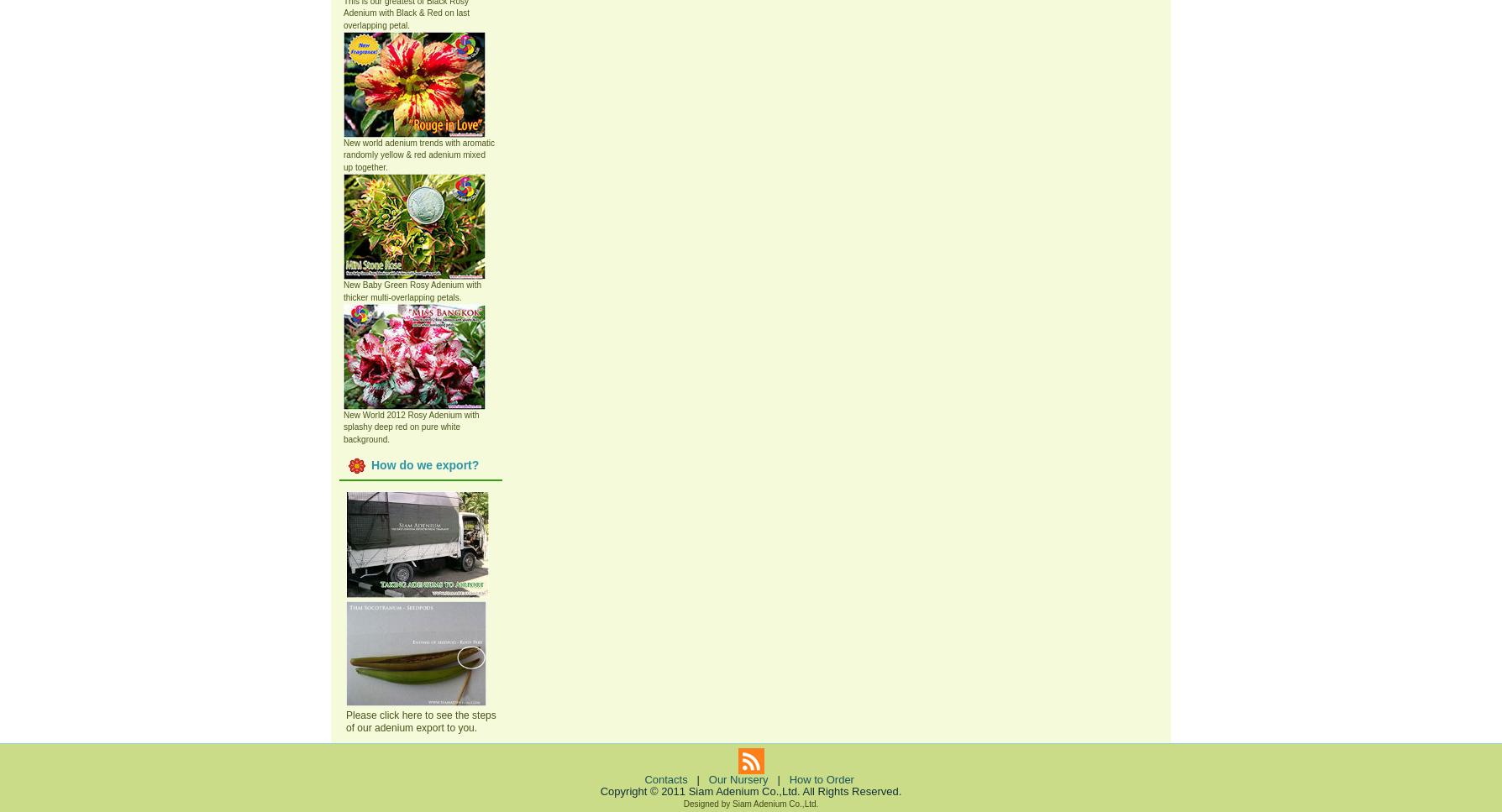 The width and height of the screenshot is (1502, 812). Describe the element at coordinates (664, 778) in the screenshot. I see `'Contacts'` at that location.